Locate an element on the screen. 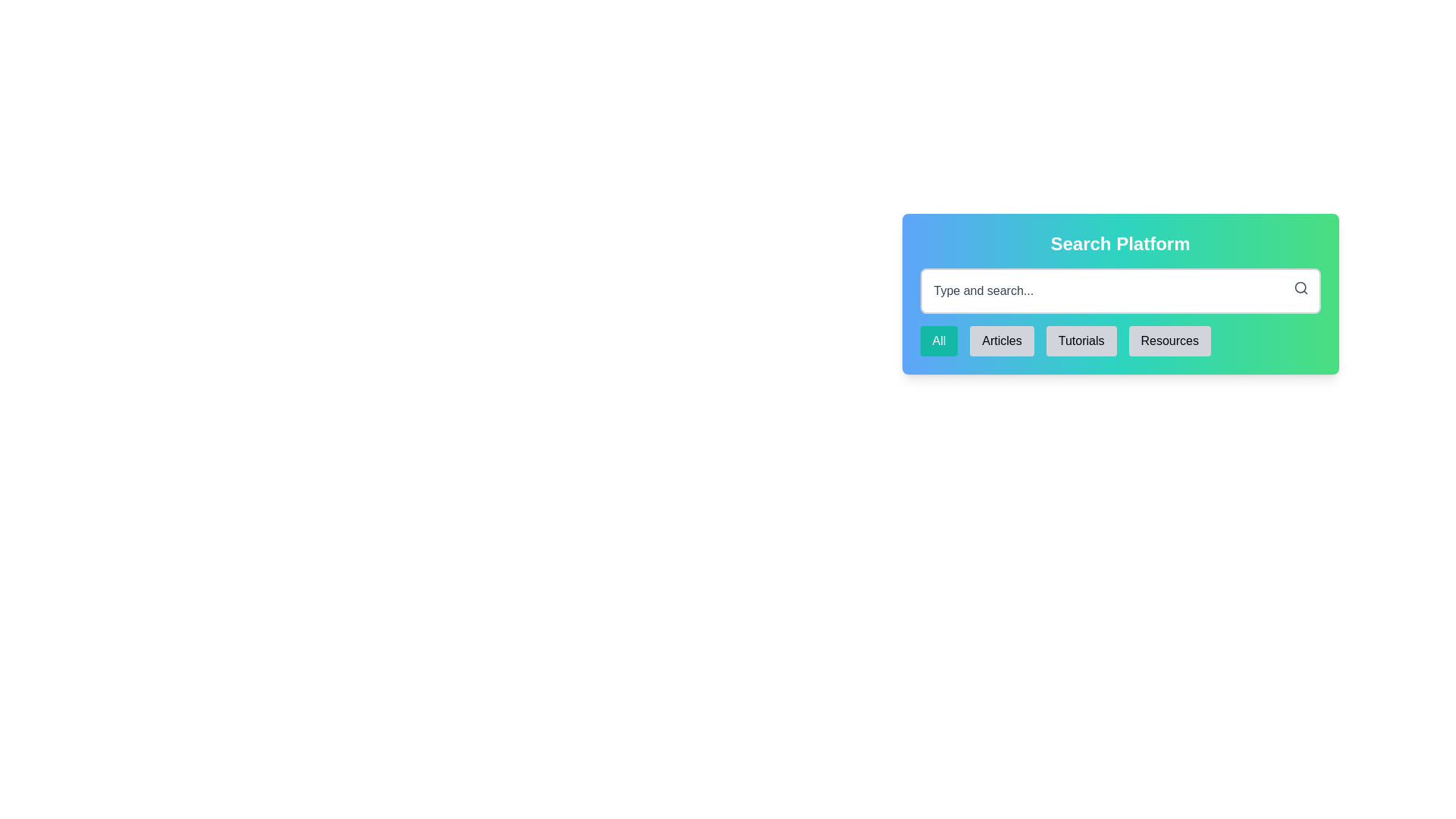 Image resolution: width=1456 pixels, height=819 pixels. the Icon button located in the top-right corner of the 'Type and search...' input field is located at coordinates (1300, 288).